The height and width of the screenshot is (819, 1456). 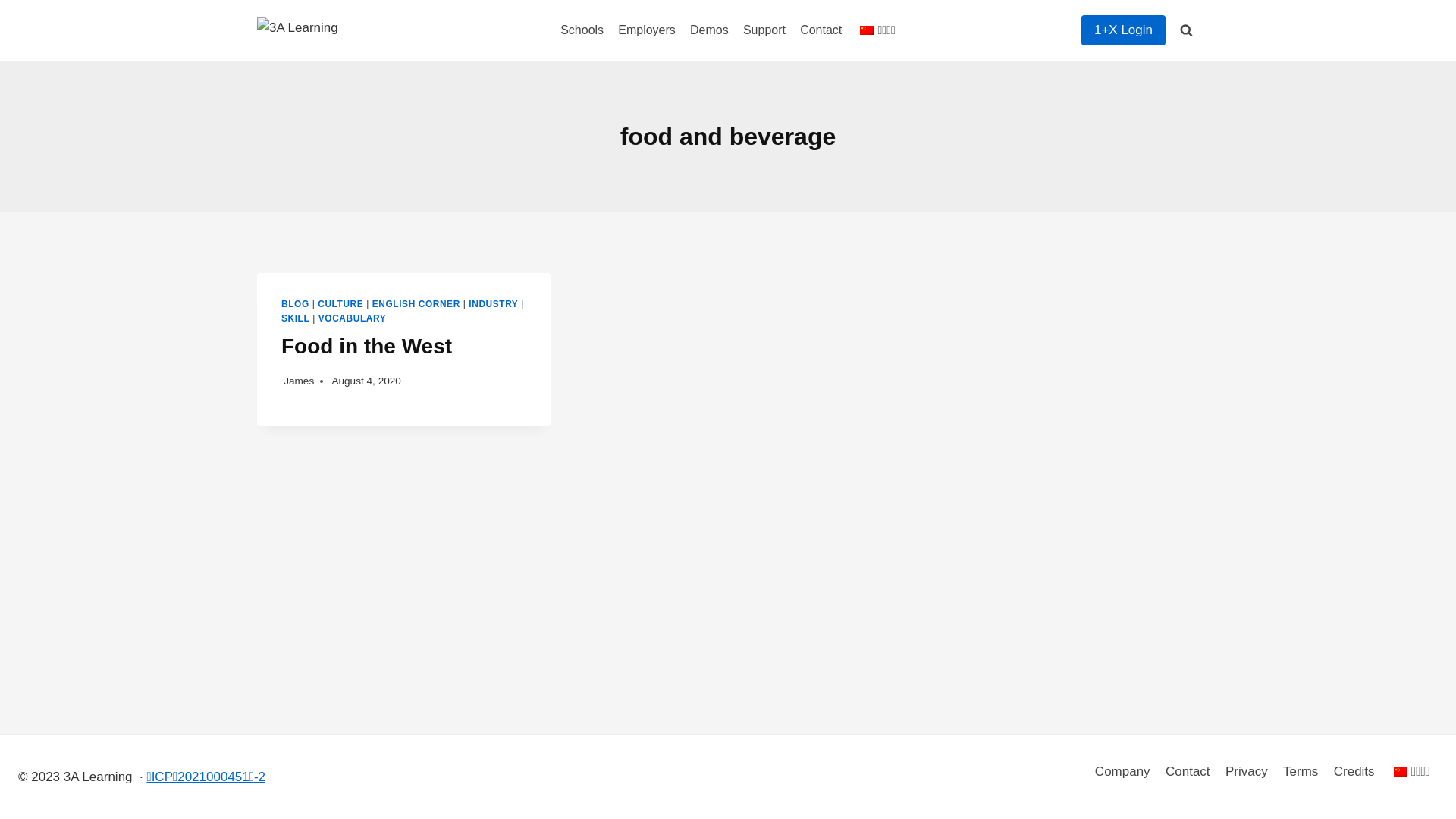 What do you see at coordinates (1354, 771) in the screenshot?
I see `'Credits'` at bounding box center [1354, 771].